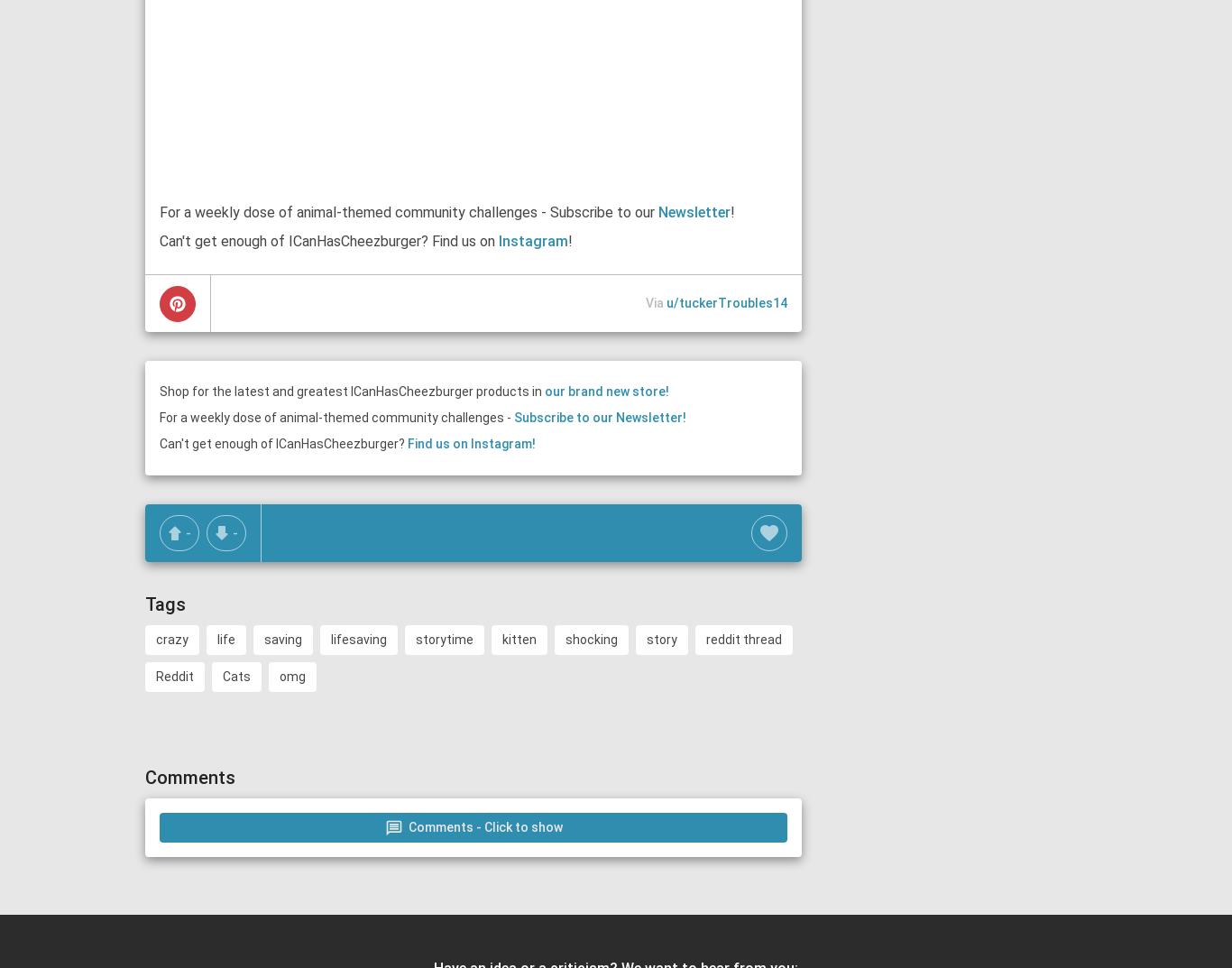  What do you see at coordinates (351, 392) in the screenshot?
I see `'Shop for the latest and greatest ICanHasCheezburger products in'` at bounding box center [351, 392].